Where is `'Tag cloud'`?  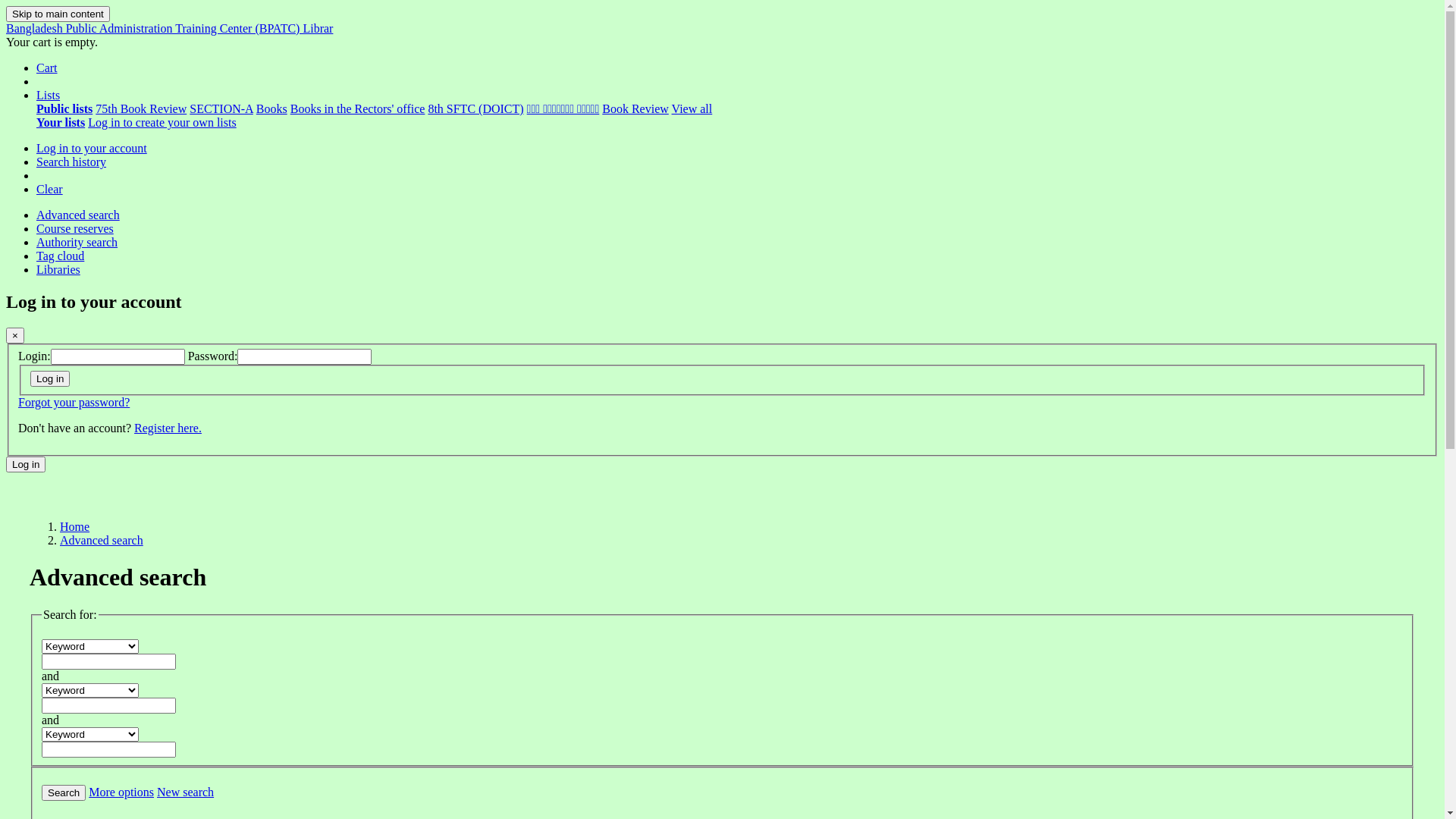
'Tag cloud' is located at coordinates (60, 255).